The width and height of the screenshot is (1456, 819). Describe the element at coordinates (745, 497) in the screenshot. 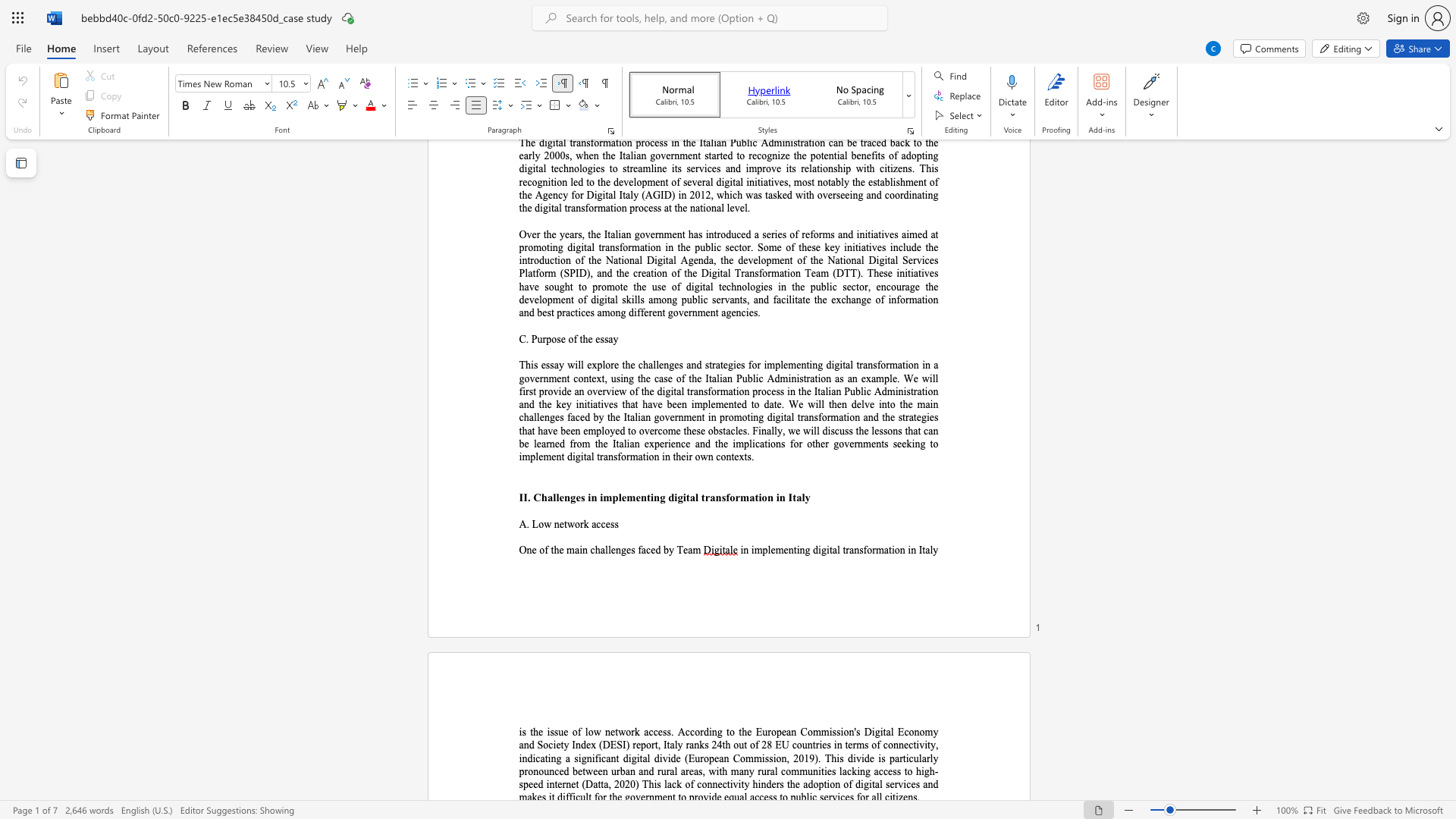

I see `the 3th character "m" in the text` at that location.